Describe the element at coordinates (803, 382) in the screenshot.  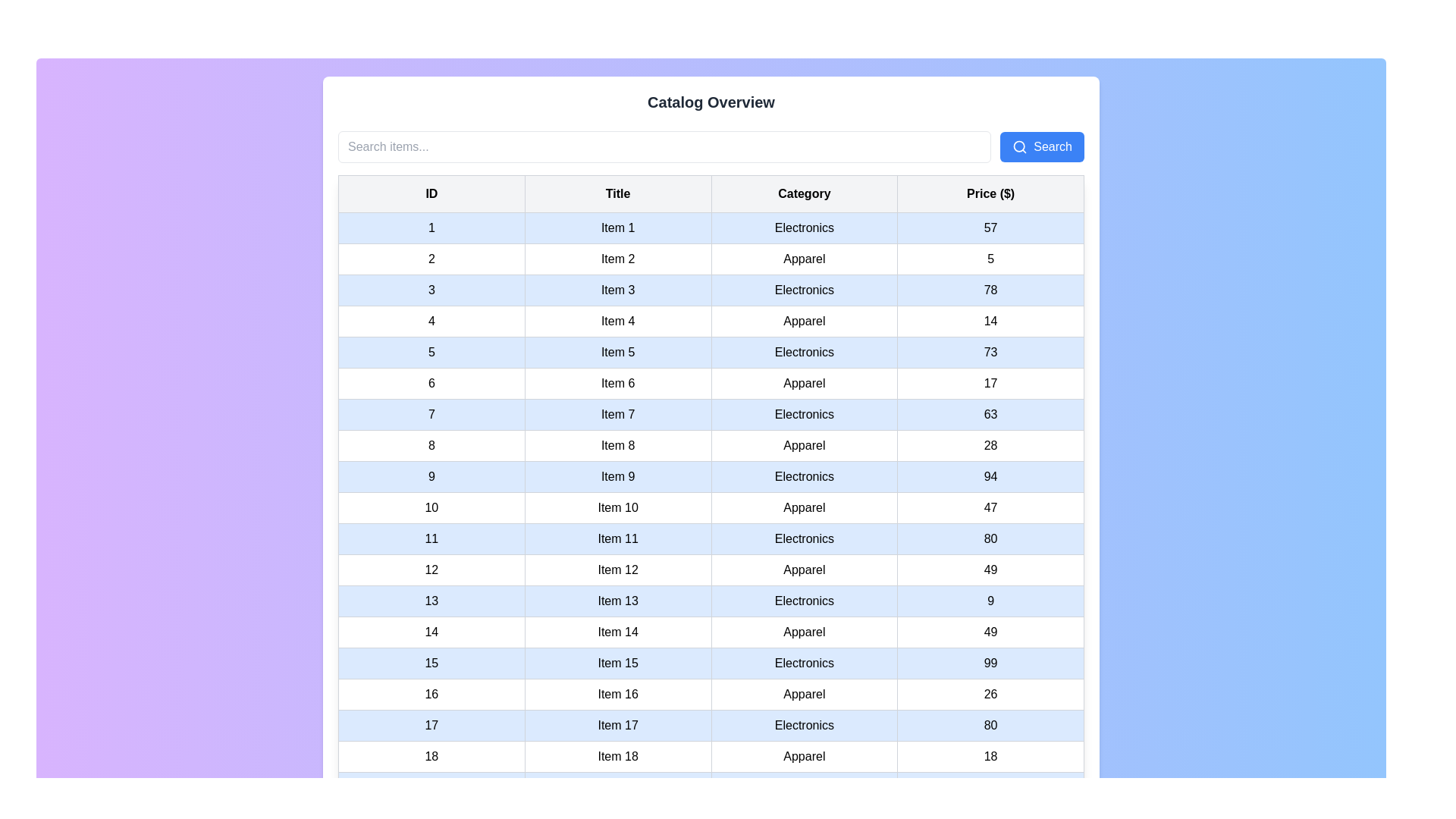
I see `text from the table cell representing the category type 'Apparel' for 'Item 6' in the 'Category' column` at that location.